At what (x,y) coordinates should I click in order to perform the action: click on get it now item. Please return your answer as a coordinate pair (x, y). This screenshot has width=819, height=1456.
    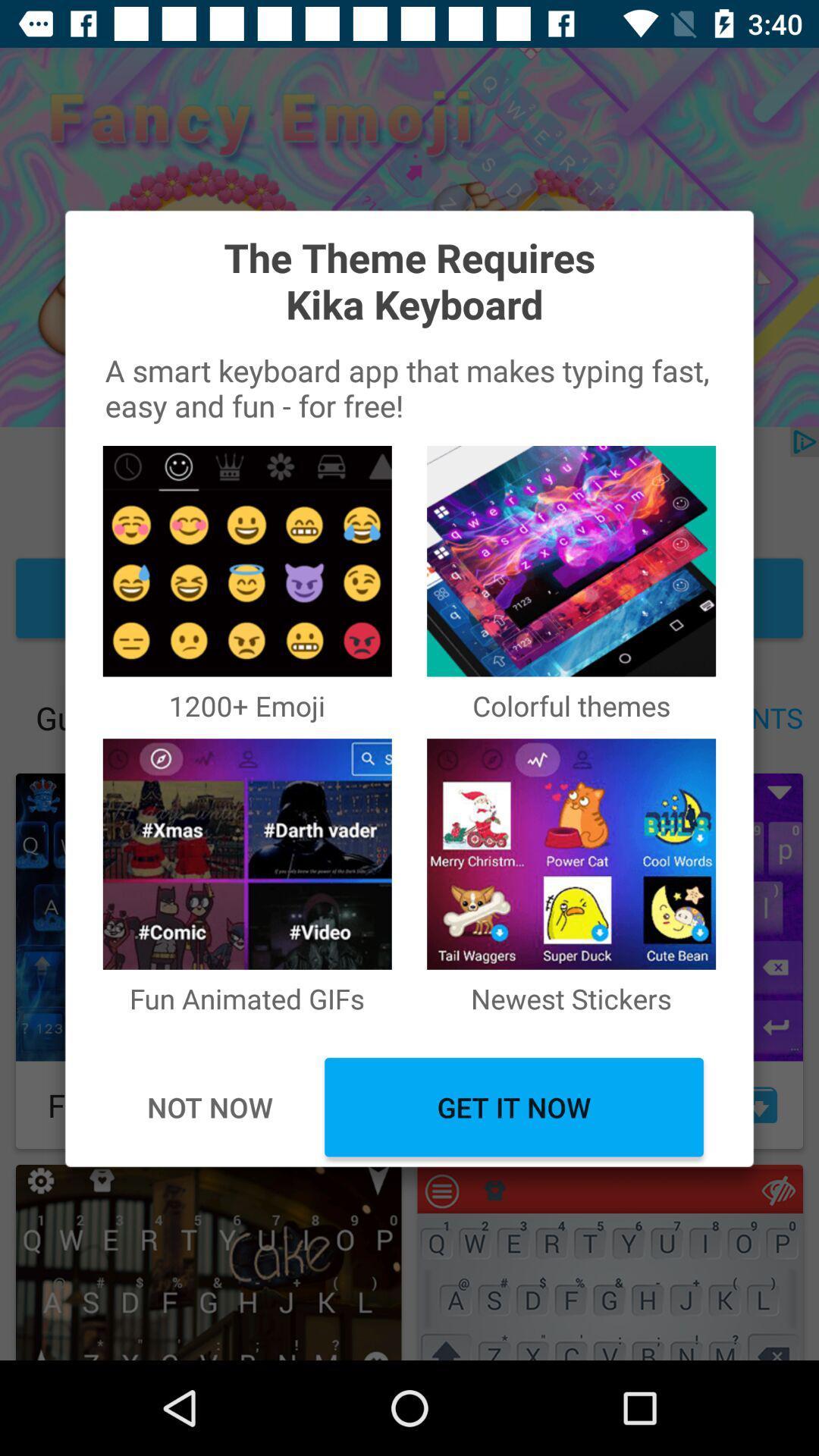
    Looking at the image, I should click on (513, 1107).